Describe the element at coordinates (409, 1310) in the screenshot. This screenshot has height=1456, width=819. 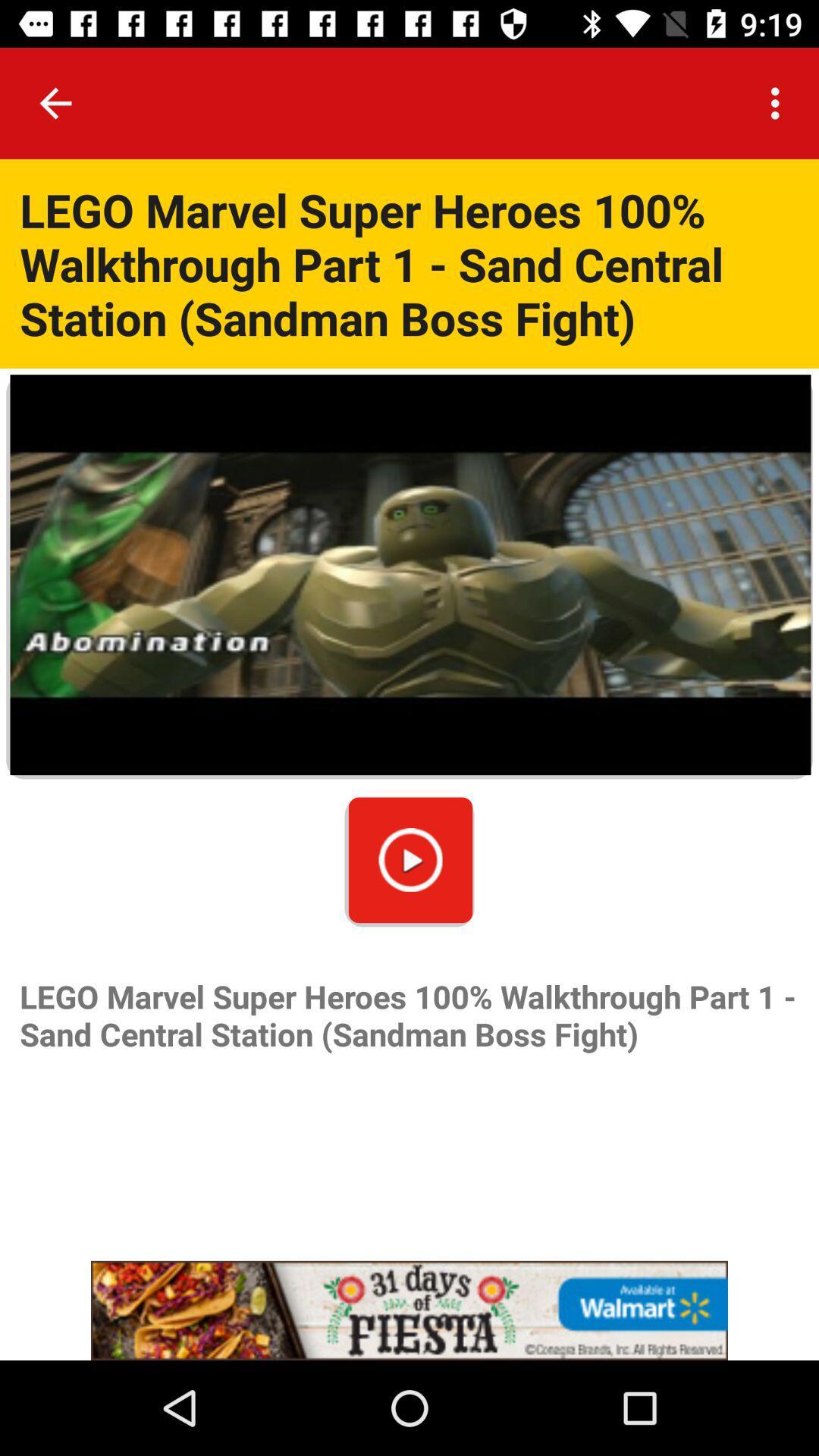
I see `advertisement` at that location.